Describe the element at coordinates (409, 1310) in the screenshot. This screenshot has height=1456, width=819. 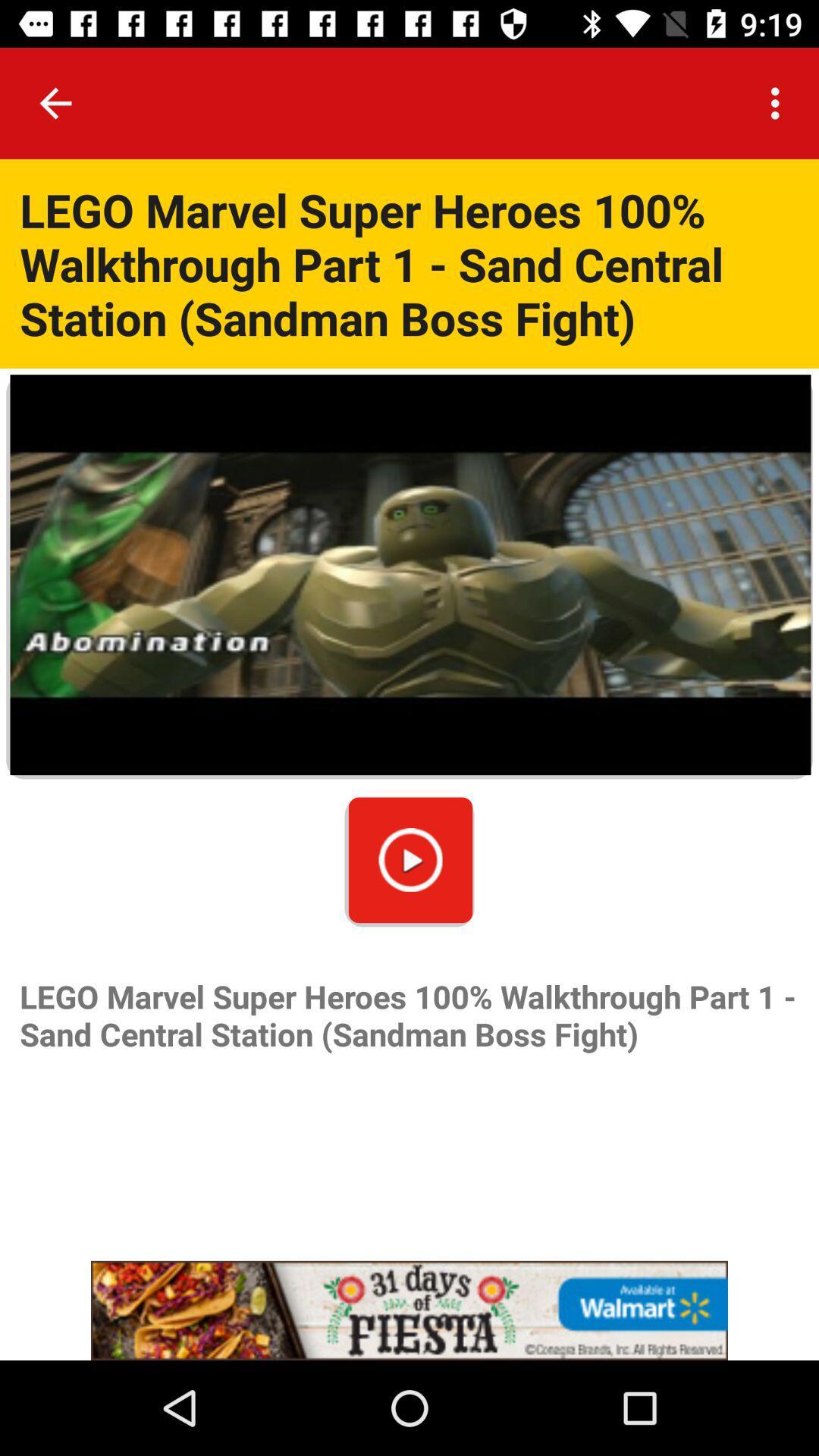
I see `advertisement` at that location.